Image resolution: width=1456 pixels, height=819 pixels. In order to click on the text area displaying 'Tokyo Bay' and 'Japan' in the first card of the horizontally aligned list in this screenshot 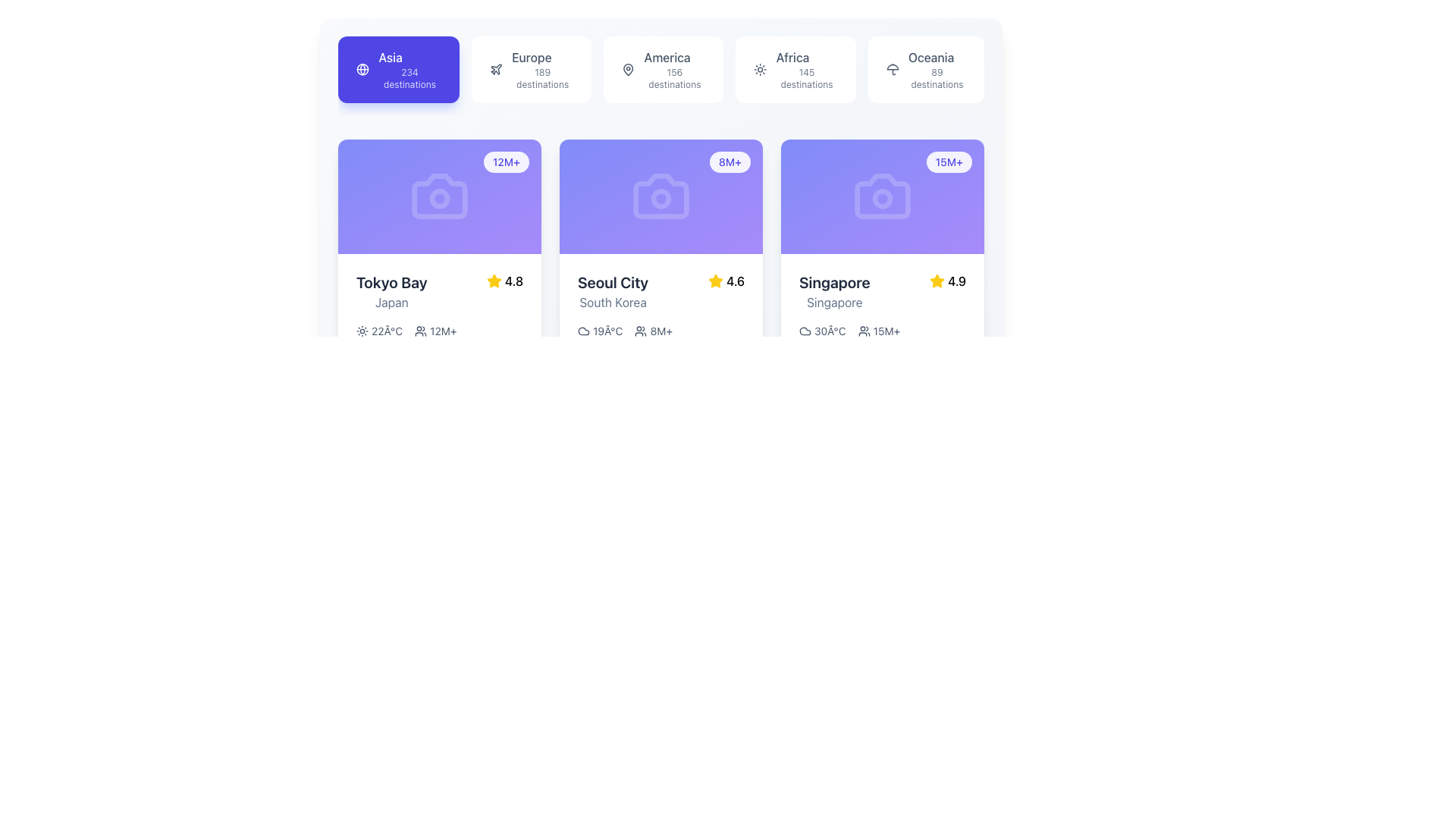, I will do `click(391, 291)`.